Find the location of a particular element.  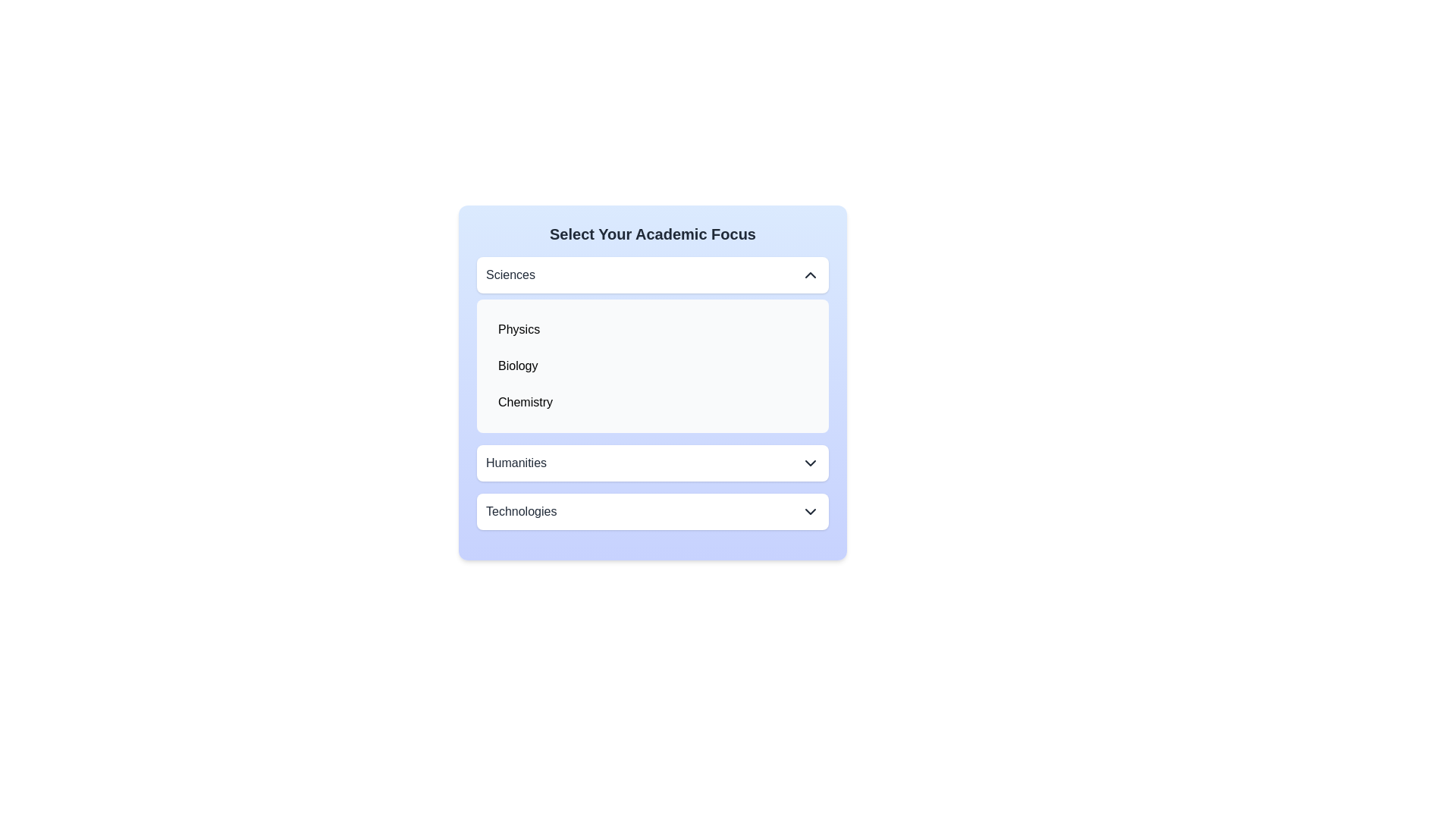

the 'Chemistry' category selection button, which is the last in a vertical list of three options under the 'Sciences' category is located at coordinates (652, 402).